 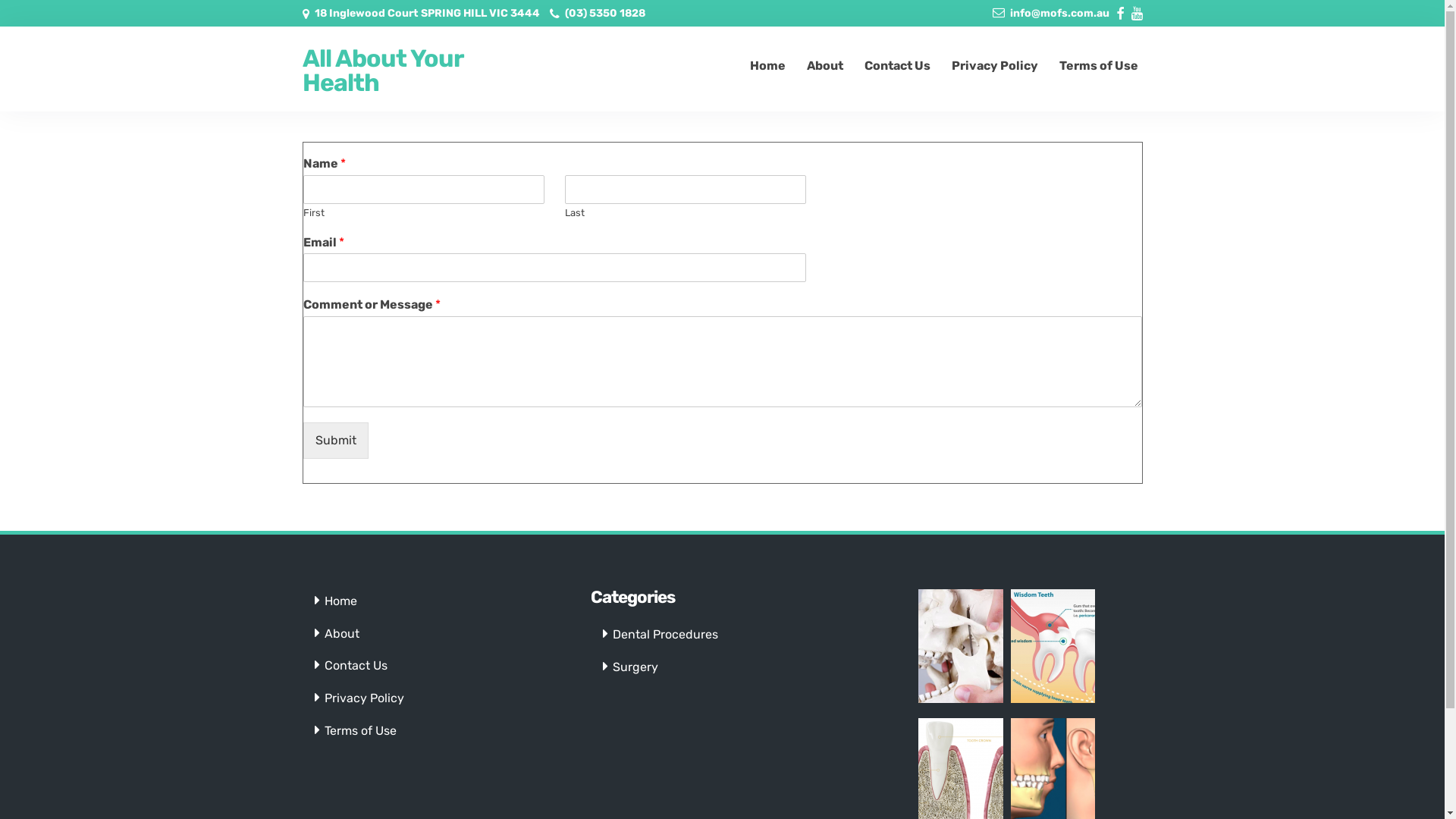 What do you see at coordinates (397, 70) in the screenshot?
I see `'All About Your Health'` at bounding box center [397, 70].